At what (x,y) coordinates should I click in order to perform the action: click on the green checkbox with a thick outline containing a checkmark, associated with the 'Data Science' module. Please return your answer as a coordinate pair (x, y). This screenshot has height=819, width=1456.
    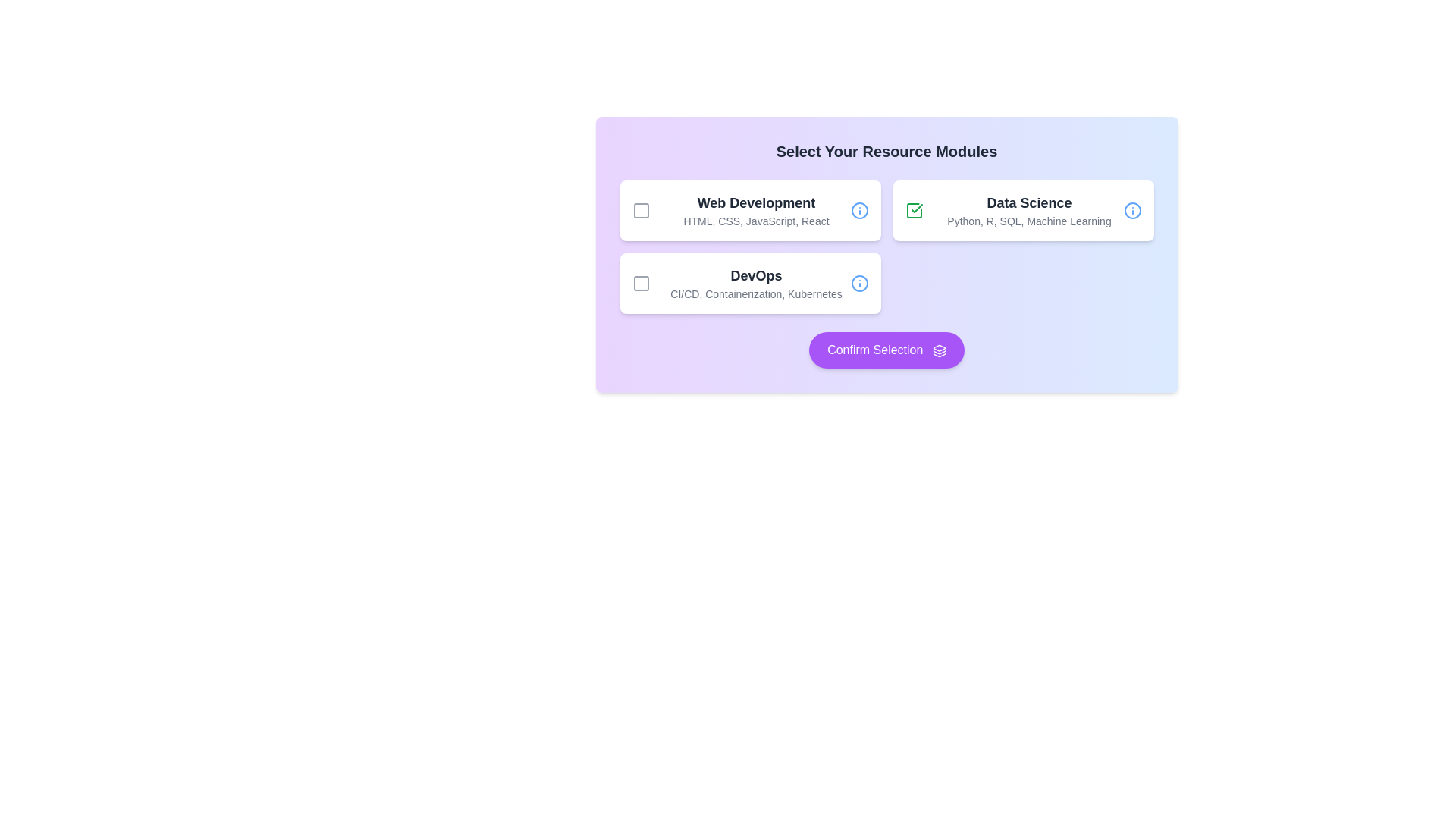
    Looking at the image, I should click on (913, 210).